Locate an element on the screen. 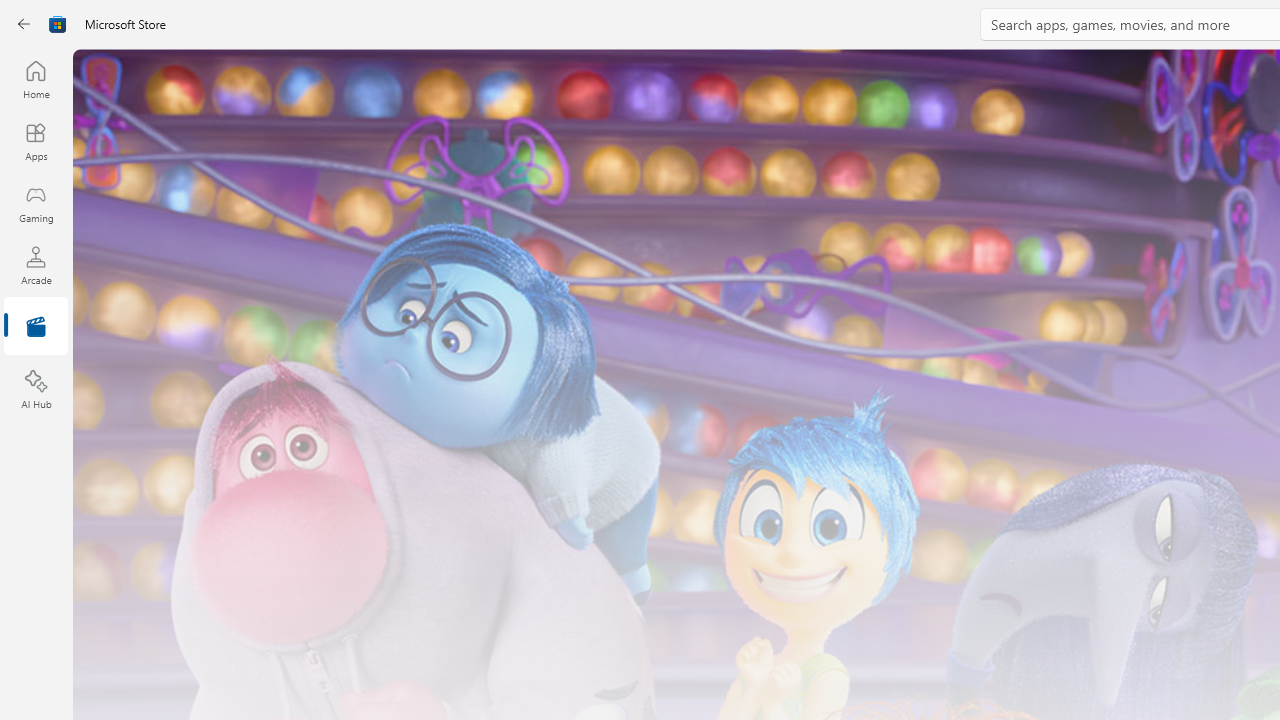 The width and height of the screenshot is (1280, 720). 'Home' is located at coordinates (35, 78).